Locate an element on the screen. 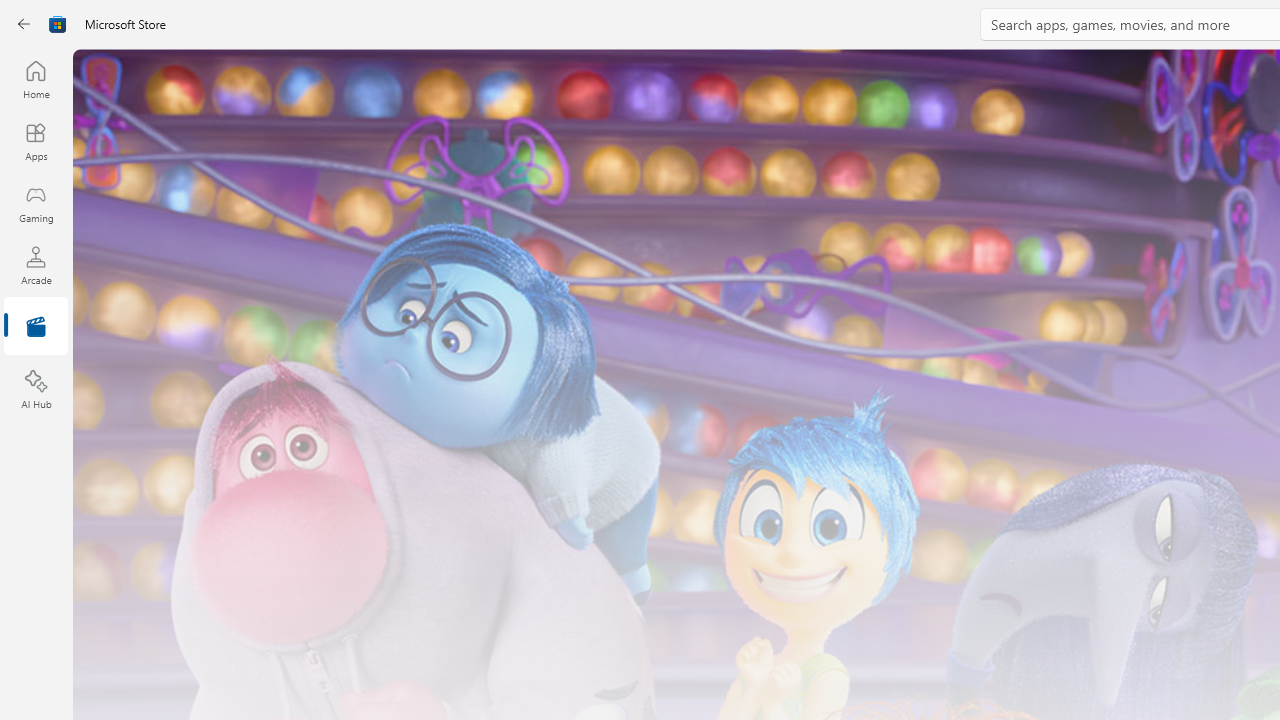 The width and height of the screenshot is (1280, 720). 'Home' is located at coordinates (35, 78).